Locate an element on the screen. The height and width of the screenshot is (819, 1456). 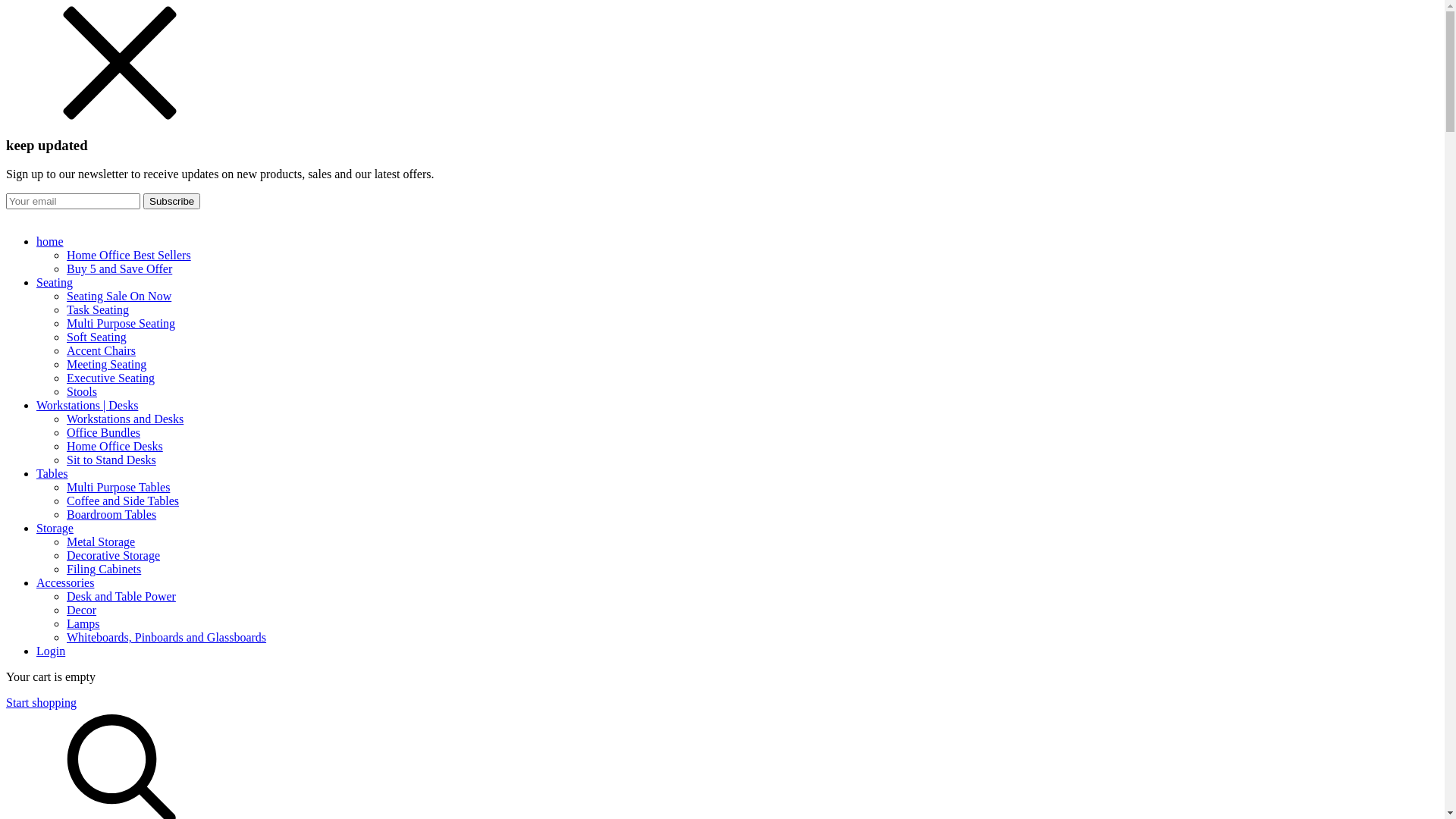
'Metal Storage' is located at coordinates (100, 541).